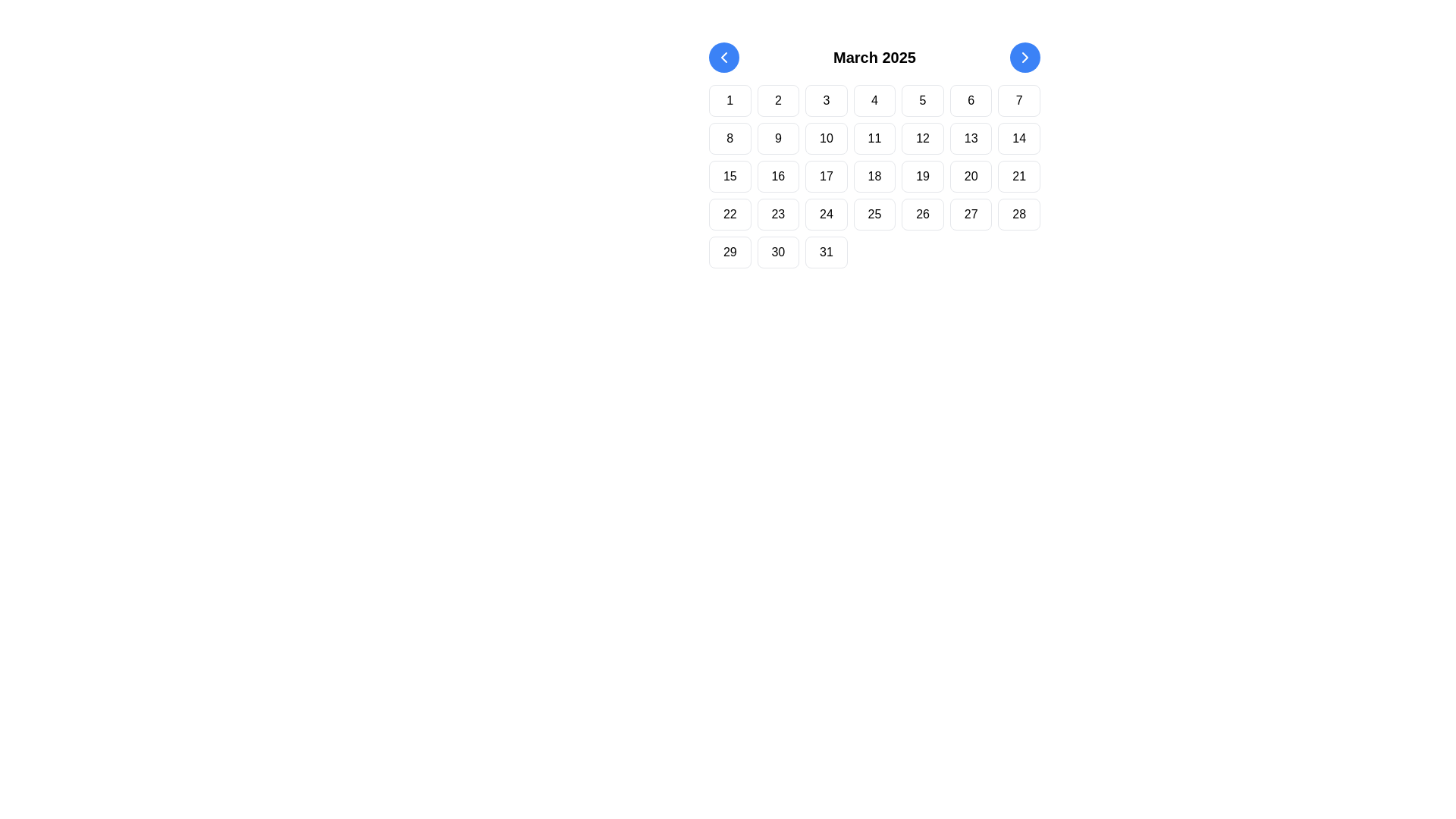 This screenshot has width=1456, height=819. What do you see at coordinates (723, 57) in the screenshot?
I see `the Chevron Left SVG Icon` at bounding box center [723, 57].